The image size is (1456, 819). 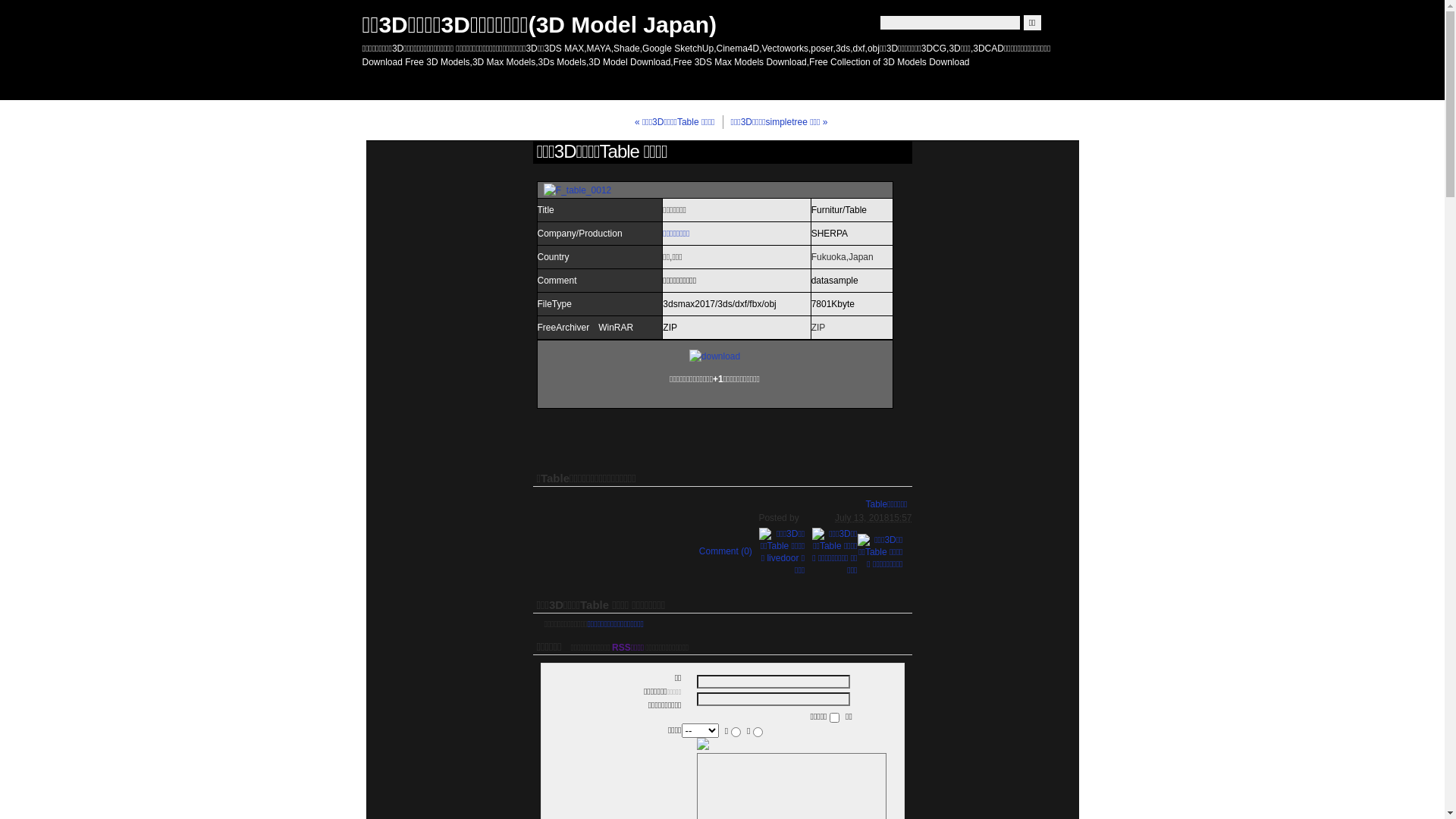 What do you see at coordinates (576, 189) in the screenshot?
I see `'F_table_0012'` at bounding box center [576, 189].